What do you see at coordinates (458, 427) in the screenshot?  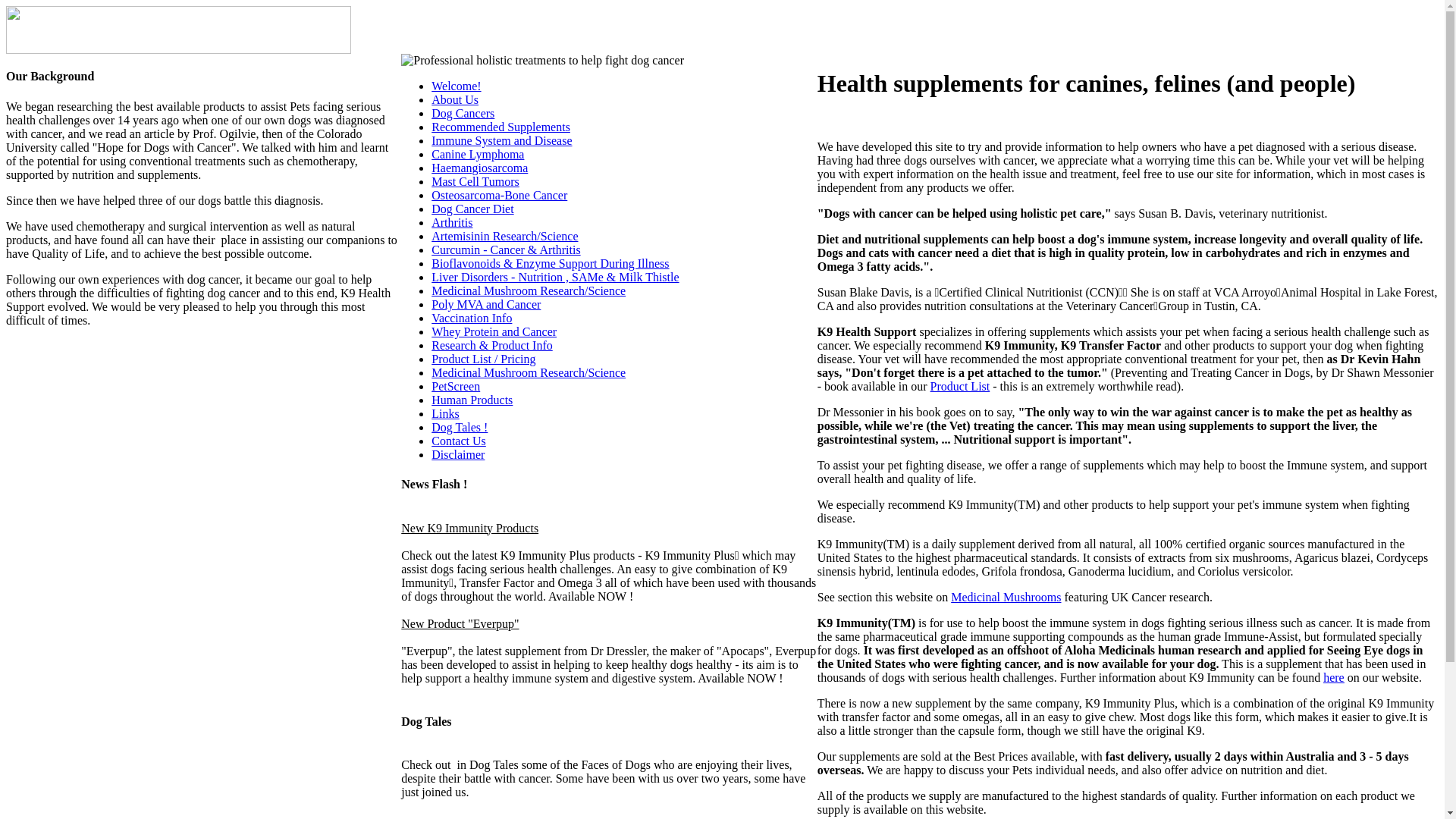 I see `'Dog Tales !'` at bounding box center [458, 427].